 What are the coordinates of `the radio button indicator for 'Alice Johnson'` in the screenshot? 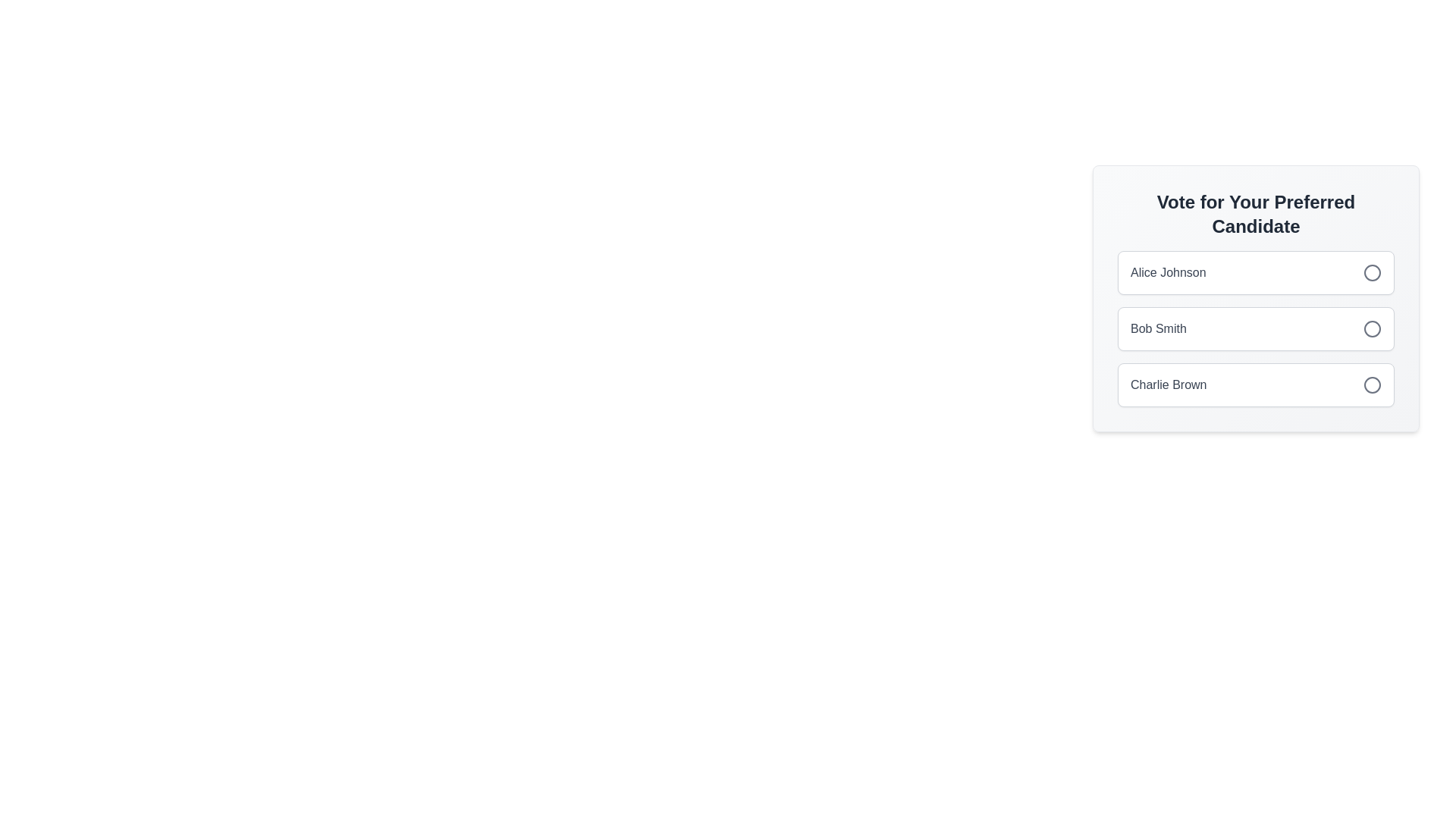 It's located at (1372, 271).